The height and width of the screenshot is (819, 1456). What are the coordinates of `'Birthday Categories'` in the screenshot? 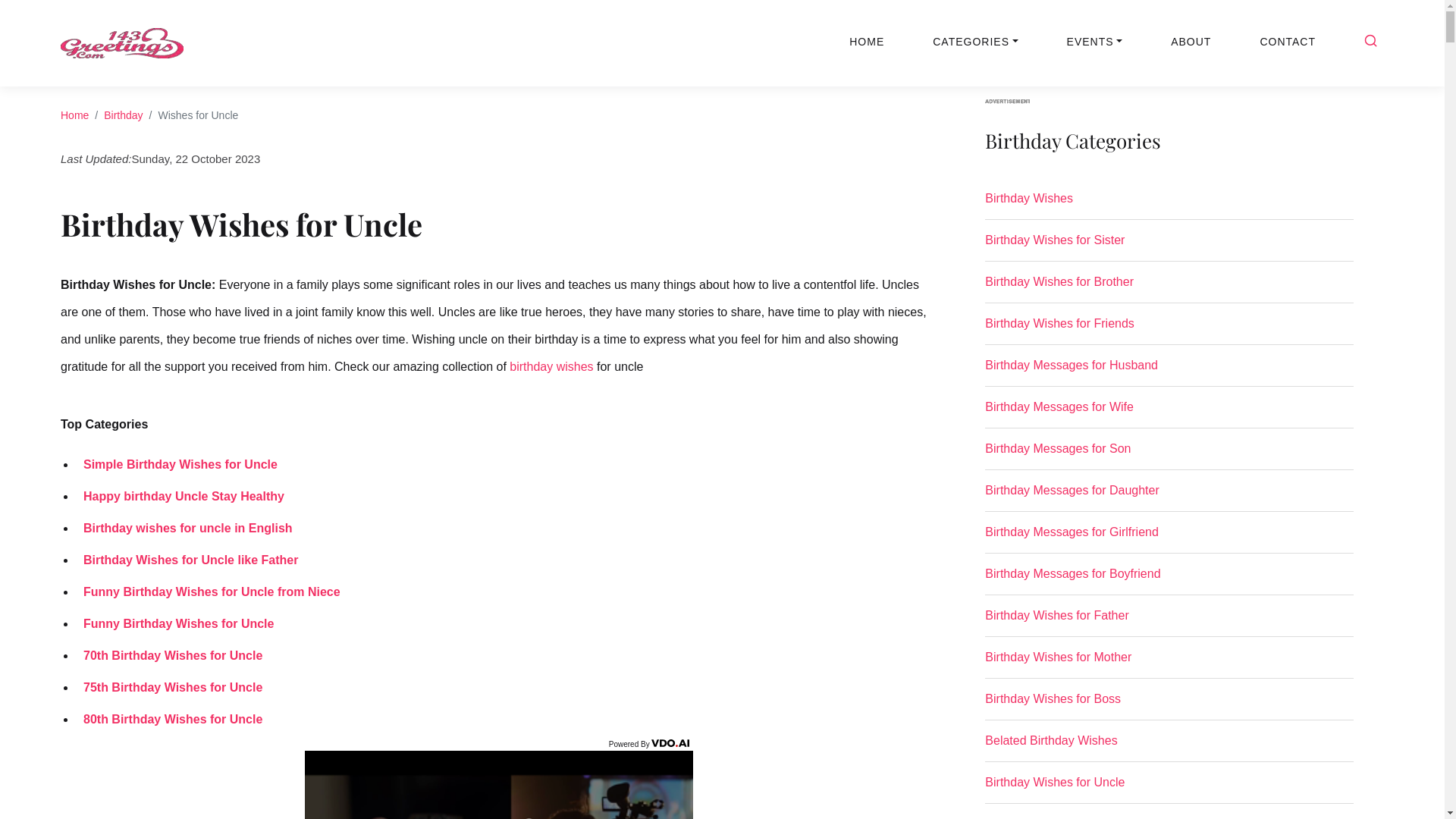 It's located at (1168, 149).